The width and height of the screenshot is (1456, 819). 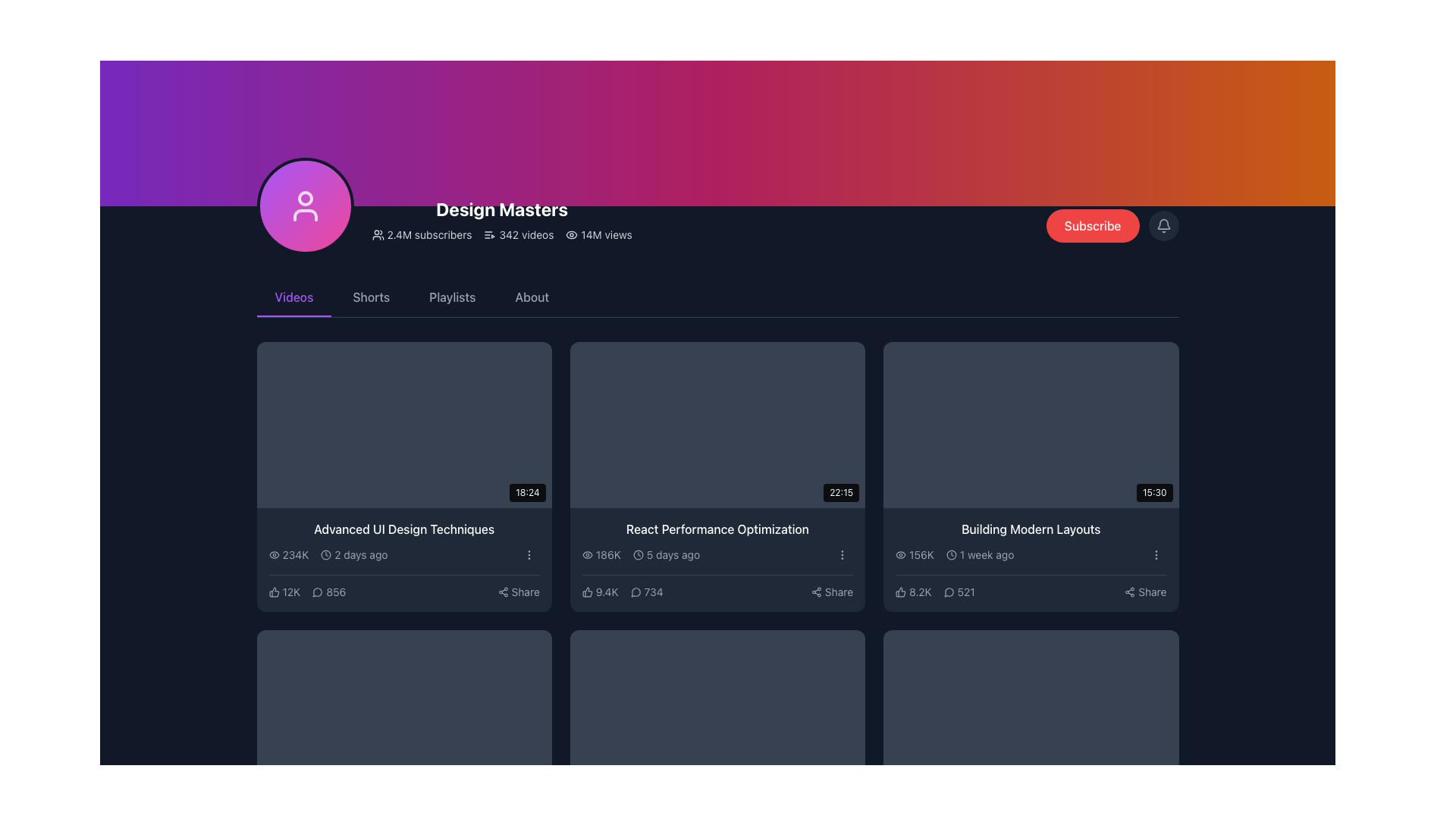 What do you see at coordinates (950, 555) in the screenshot?
I see `the background circle of the clock icon located in the bottom-right corner of the second row of video thumbnails for the 'Building Modern Layouts' video under its metadata section` at bounding box center [950, 555].